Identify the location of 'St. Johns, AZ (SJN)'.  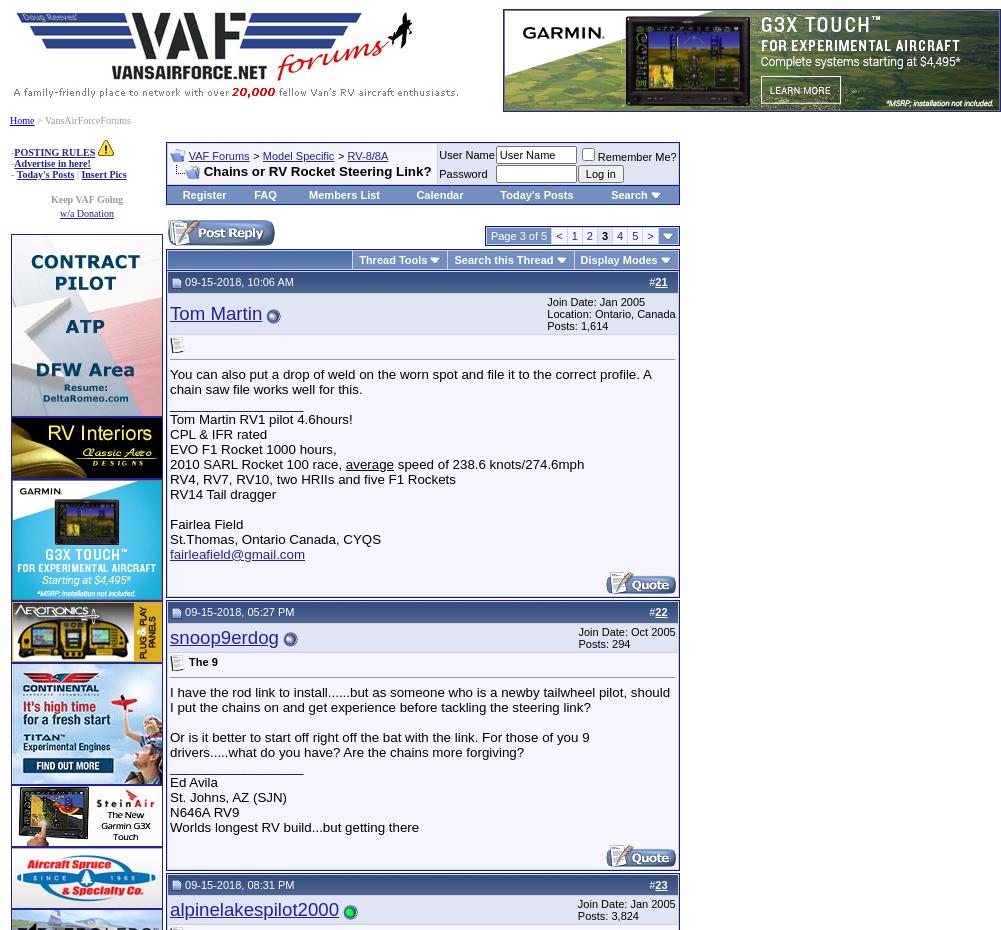
(227, 795).